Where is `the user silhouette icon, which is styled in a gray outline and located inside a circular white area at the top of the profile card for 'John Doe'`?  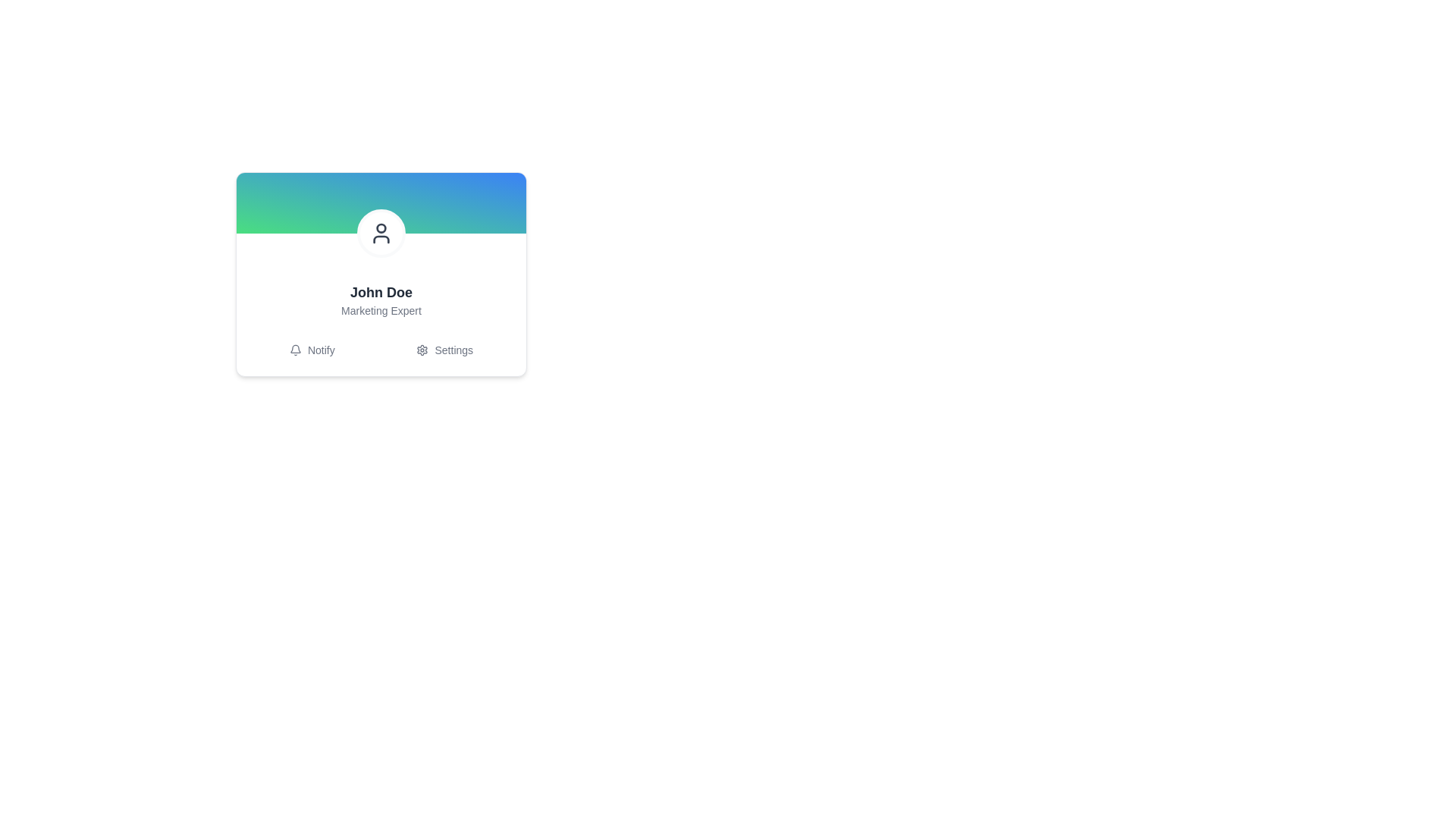 the user silhouette icon, which is styled in a gray outline and located inside a circular white area at the top of the profile card for 'John Doe' is located at coordinates (381, 234).